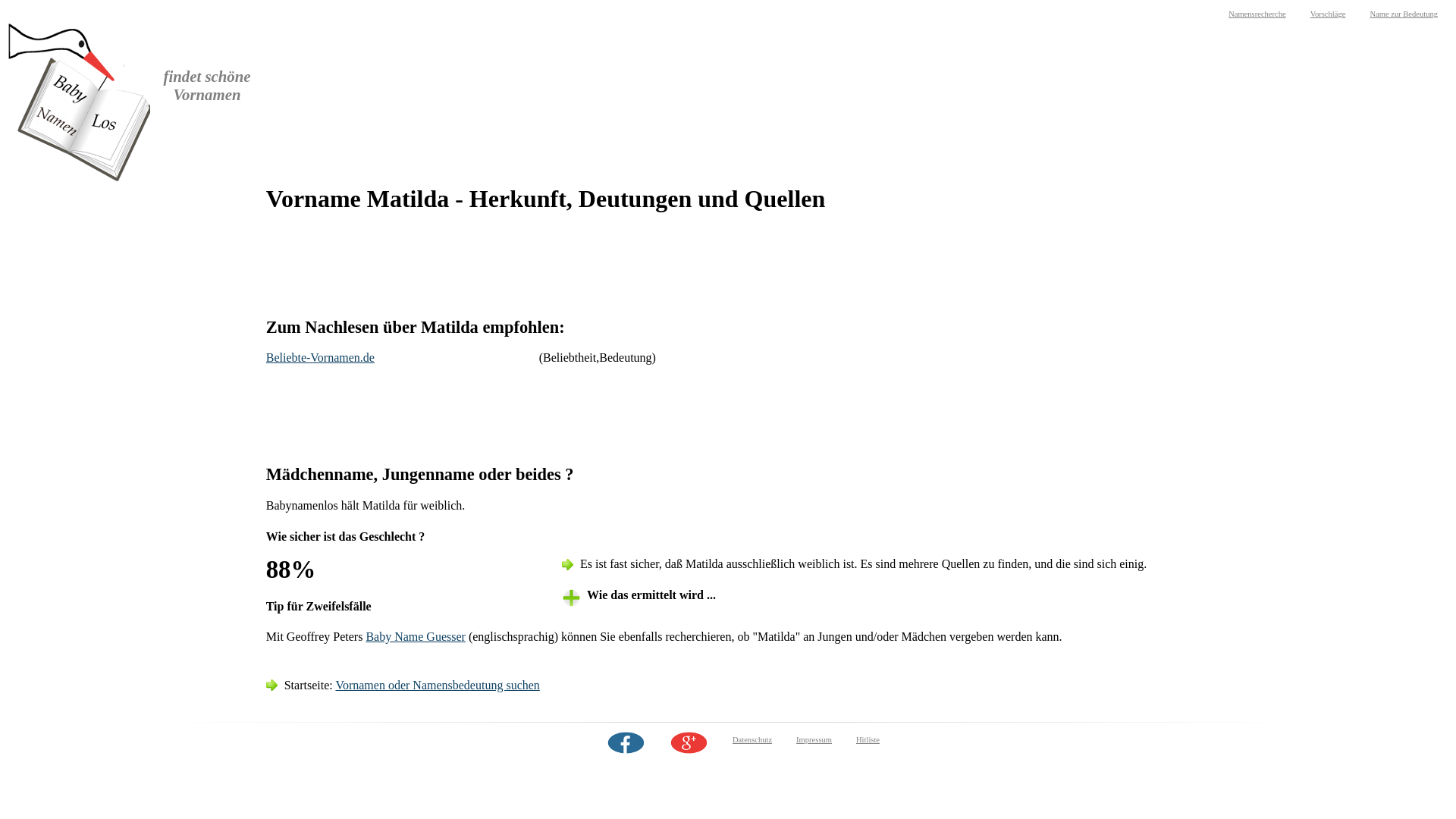  I want to click on 'Beliebte-Vornamen.de', so click(319, 357).